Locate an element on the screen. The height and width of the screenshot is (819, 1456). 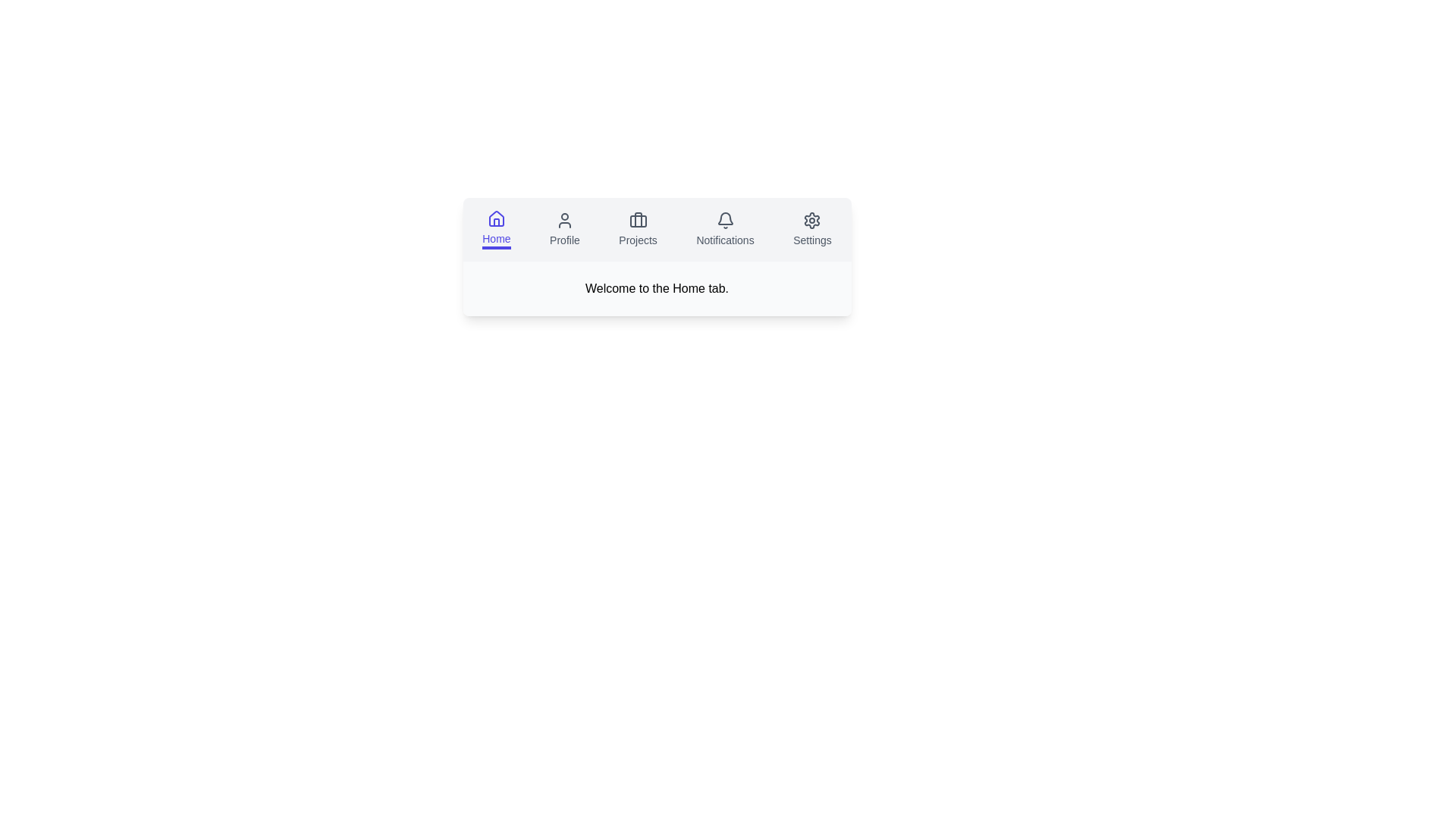
the house icon representing the 'Home' tab in the navigation bar is located at coordinates (496, 218).